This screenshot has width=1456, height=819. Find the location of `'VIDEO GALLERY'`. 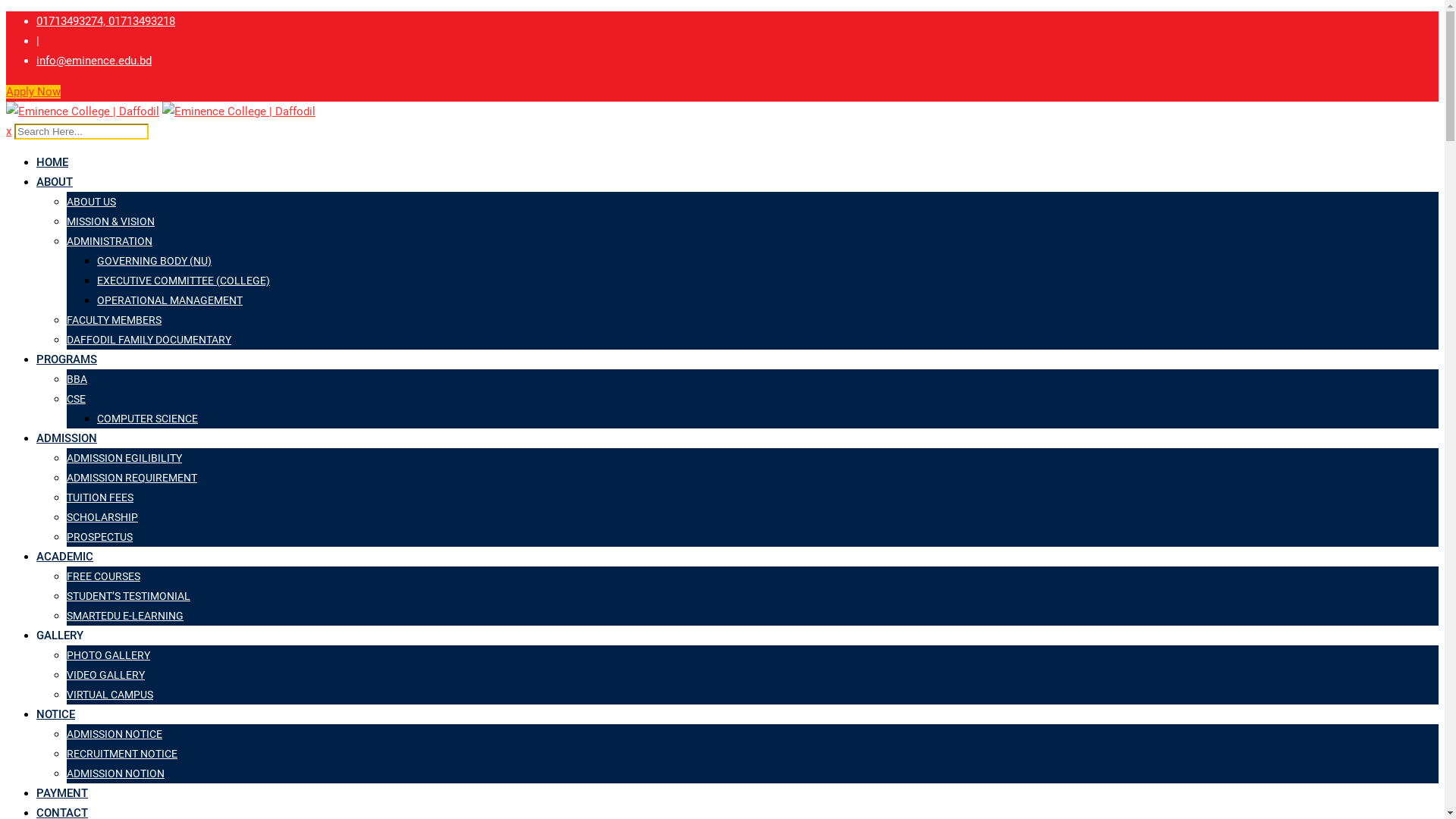

'VIDEO GALLERY' is located at coordinates (105, 674).